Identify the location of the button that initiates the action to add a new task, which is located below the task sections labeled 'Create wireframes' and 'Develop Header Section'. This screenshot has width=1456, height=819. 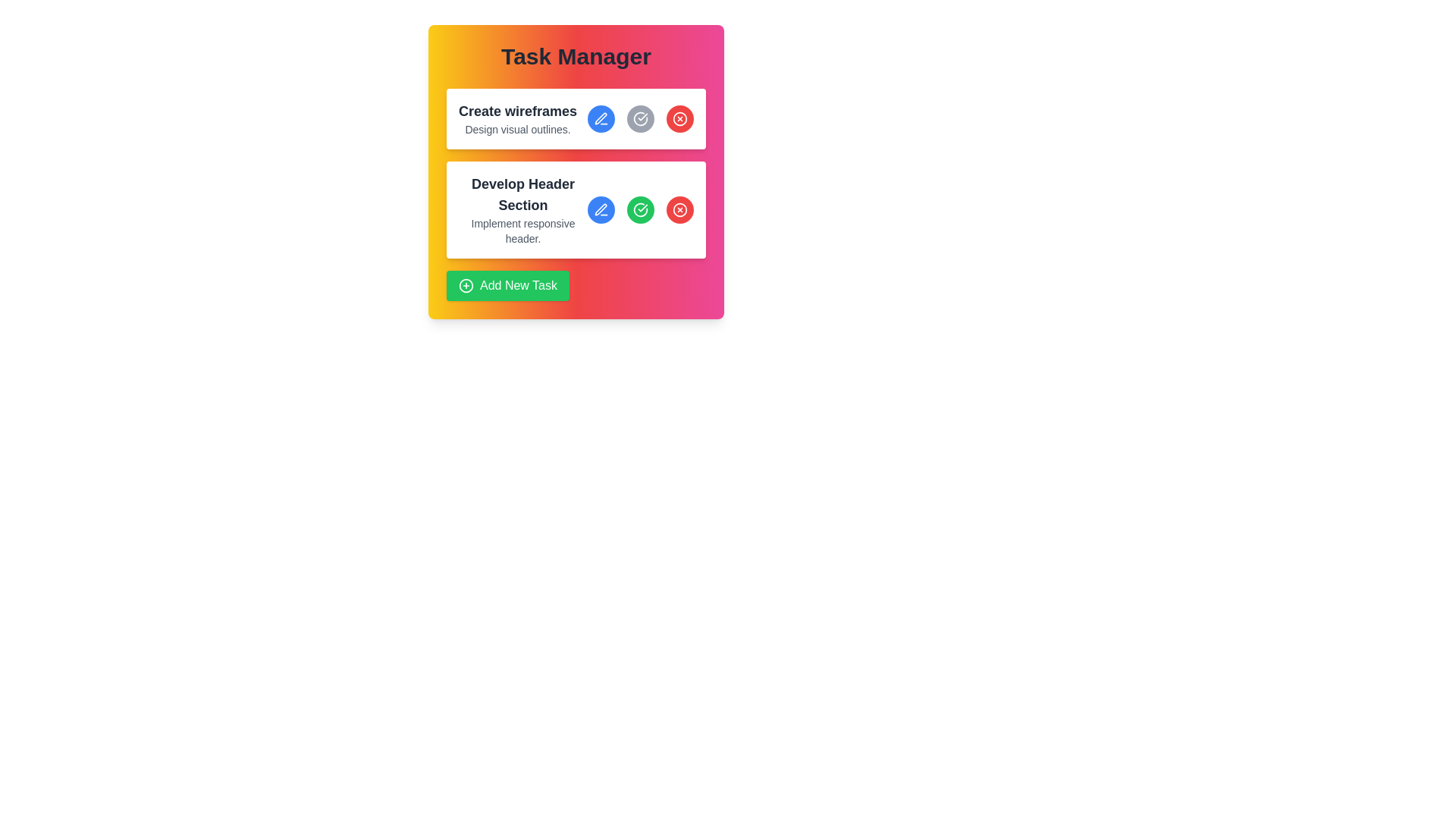
(508, 286).